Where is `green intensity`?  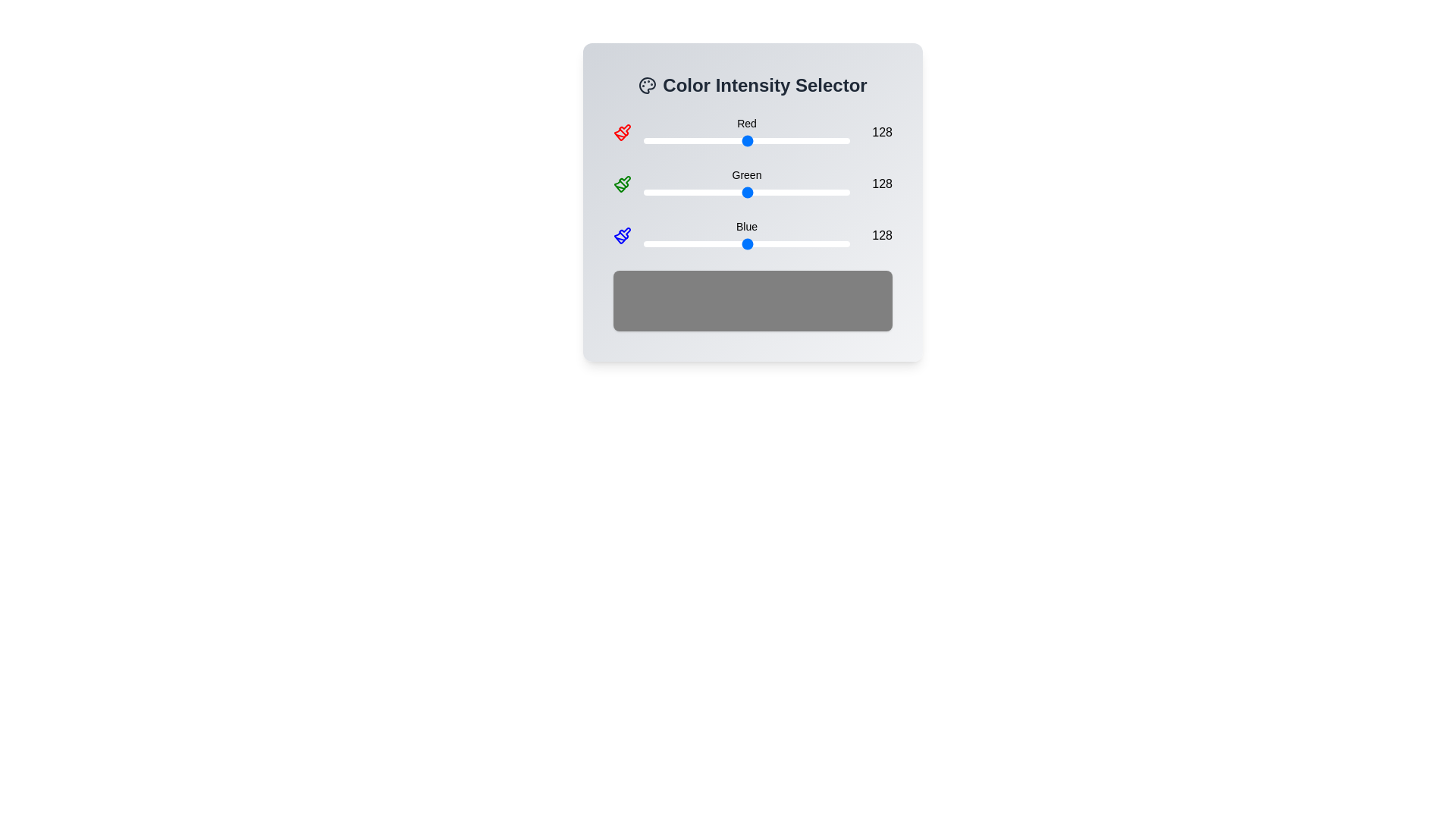
green intensity is located at coordinates (739, 192).